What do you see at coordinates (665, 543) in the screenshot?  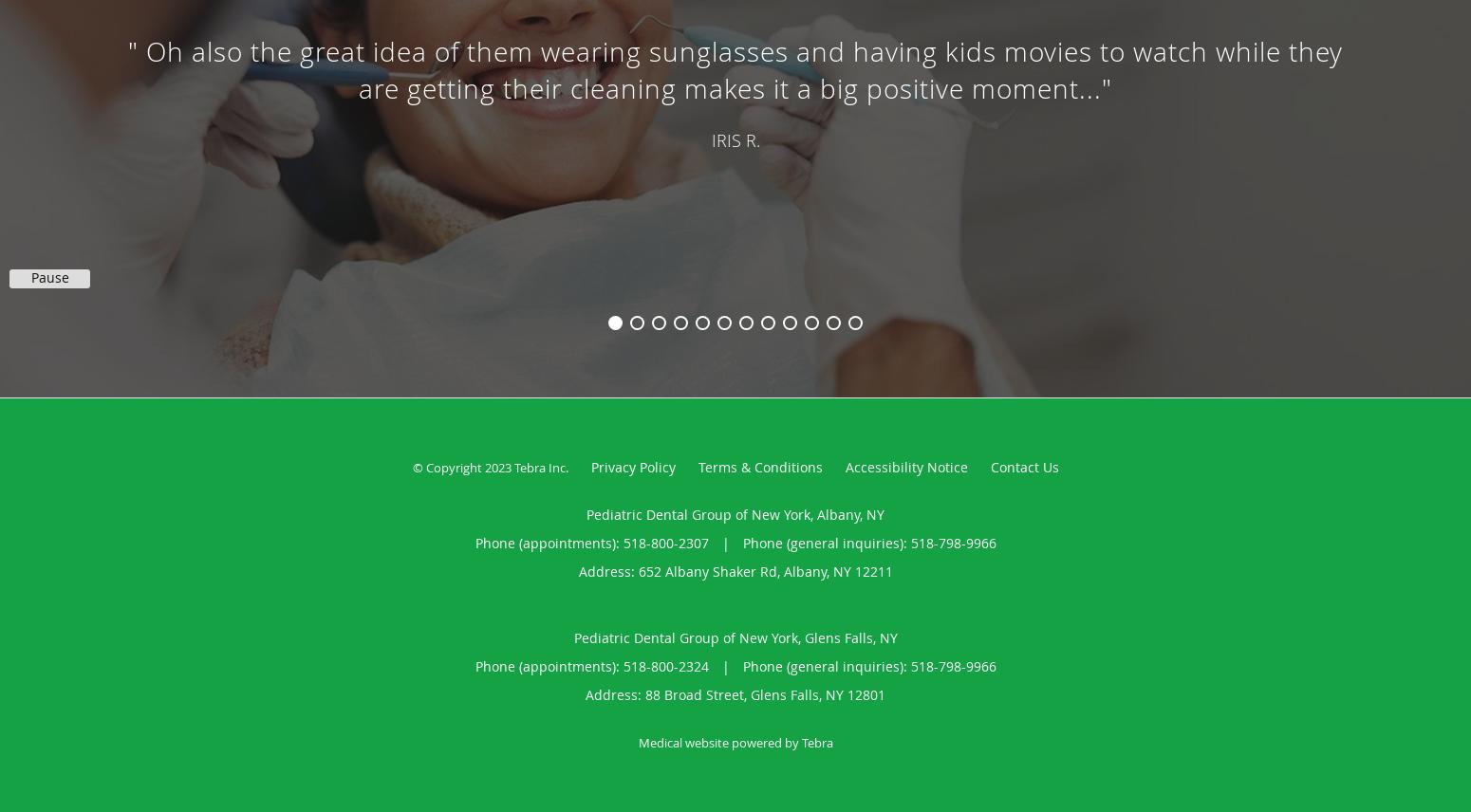 I see `'518-800-2307'` at bounding box center [665, 543].